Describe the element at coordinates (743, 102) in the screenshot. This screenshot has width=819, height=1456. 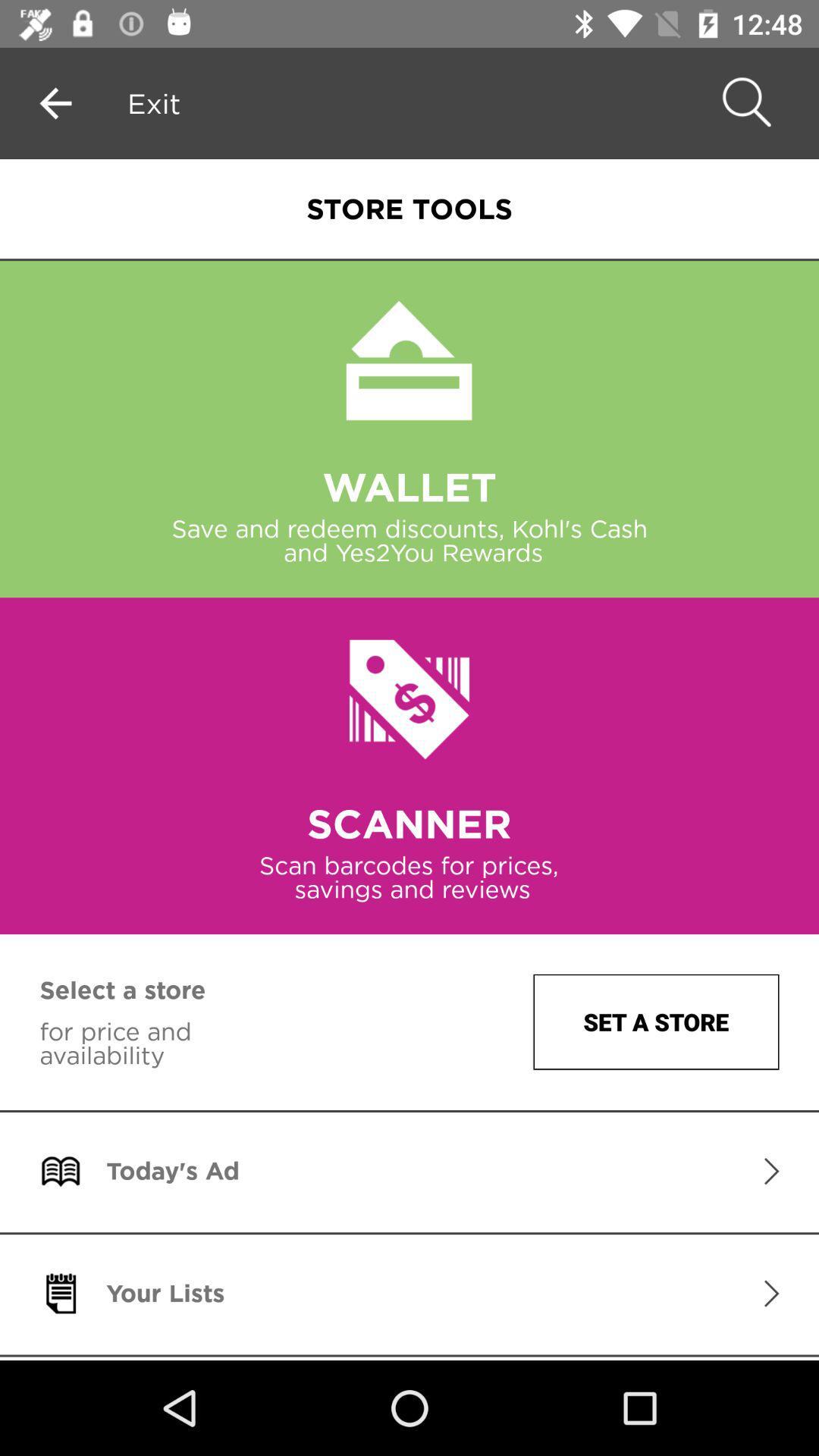
I see `search for items` at that location.